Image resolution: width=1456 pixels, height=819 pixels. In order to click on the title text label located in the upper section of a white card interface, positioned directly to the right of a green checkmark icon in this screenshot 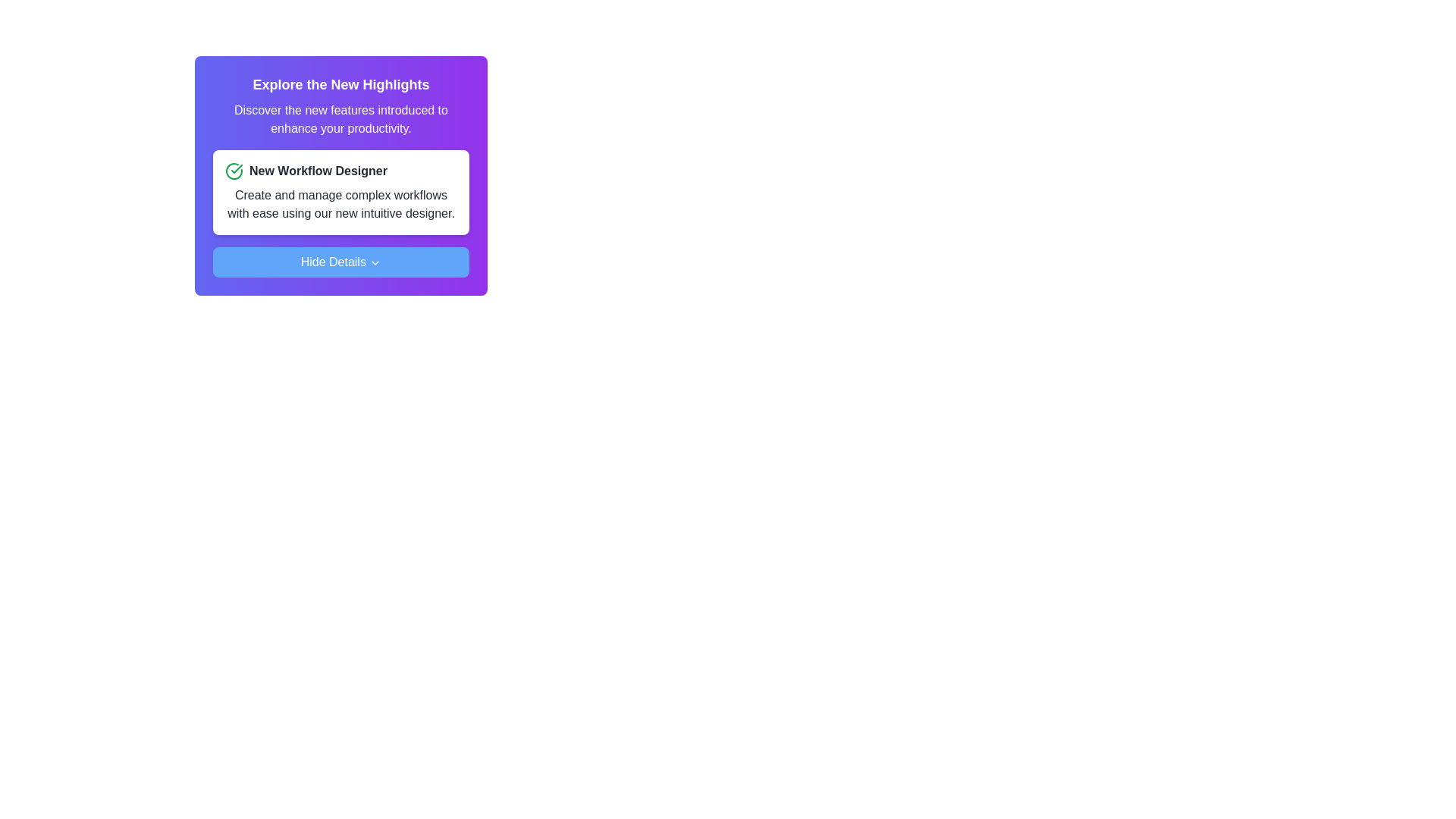, I will do `click(317, 171)`.